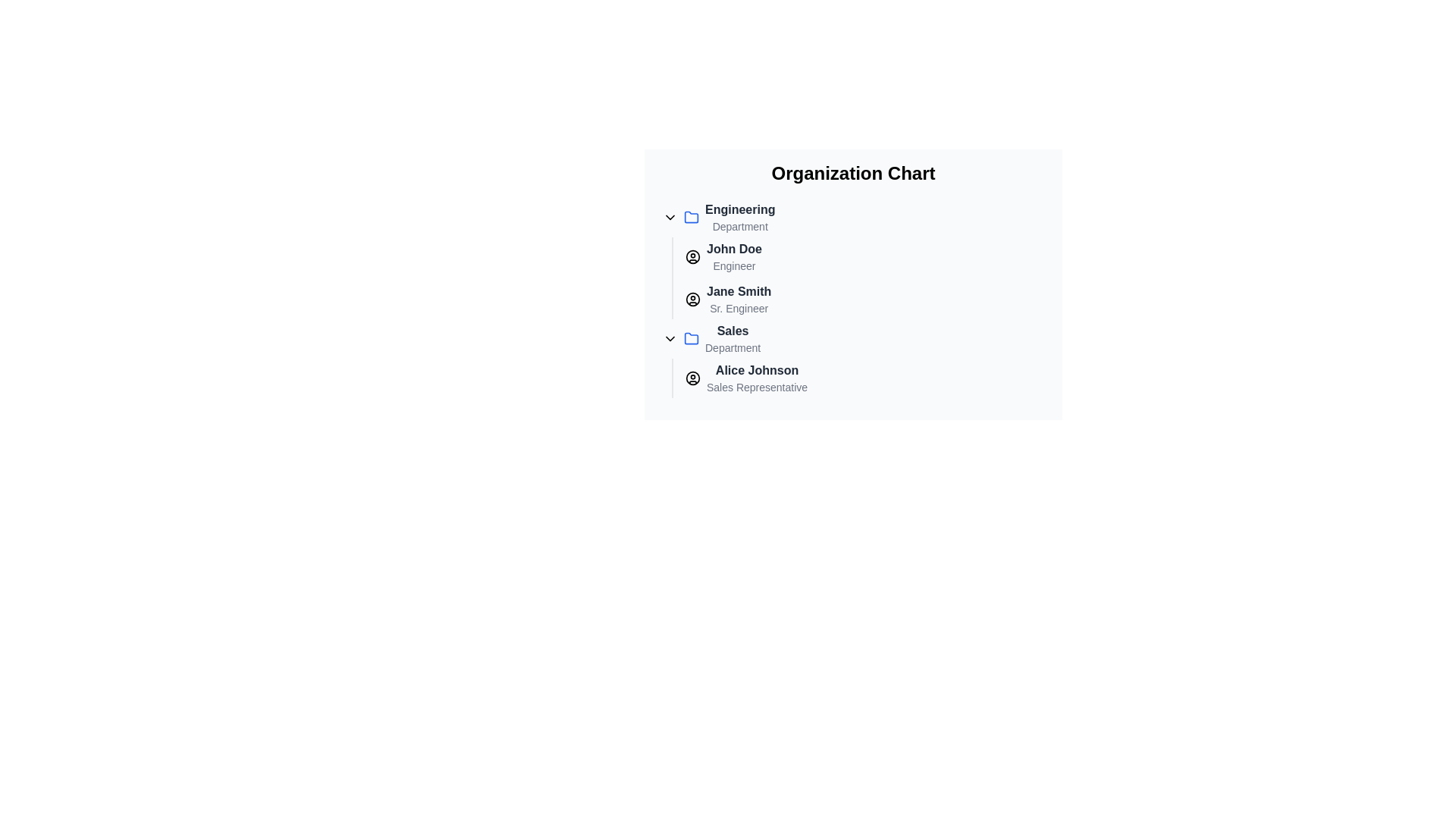  Describe the element at coordinates (691, 338) in the screenshot. I see `the folder icon located immediately to the left of the 'Sales' department label` at that location.